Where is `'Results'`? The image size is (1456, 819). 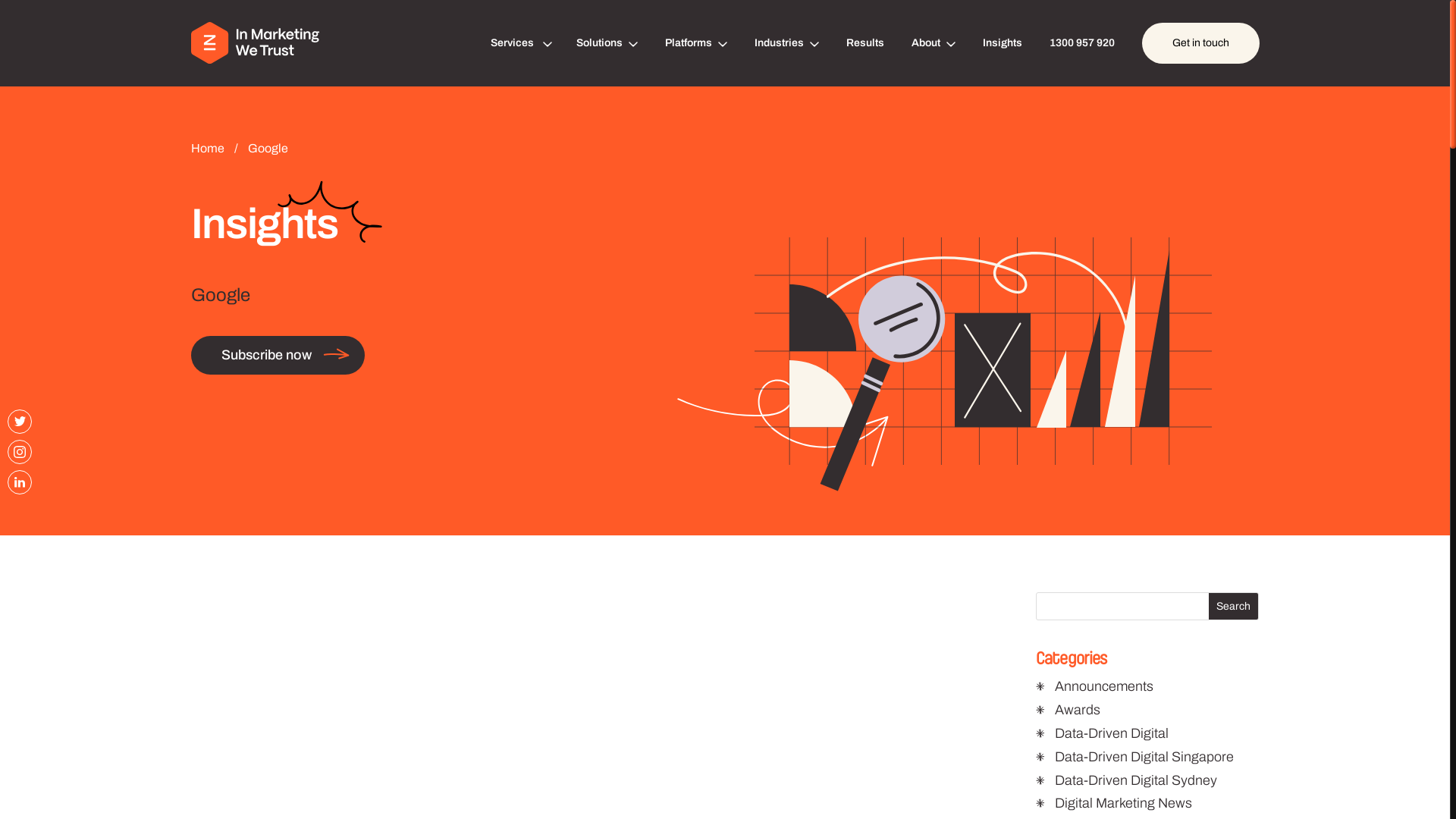 'Results' is located at coordinates (846, 42).